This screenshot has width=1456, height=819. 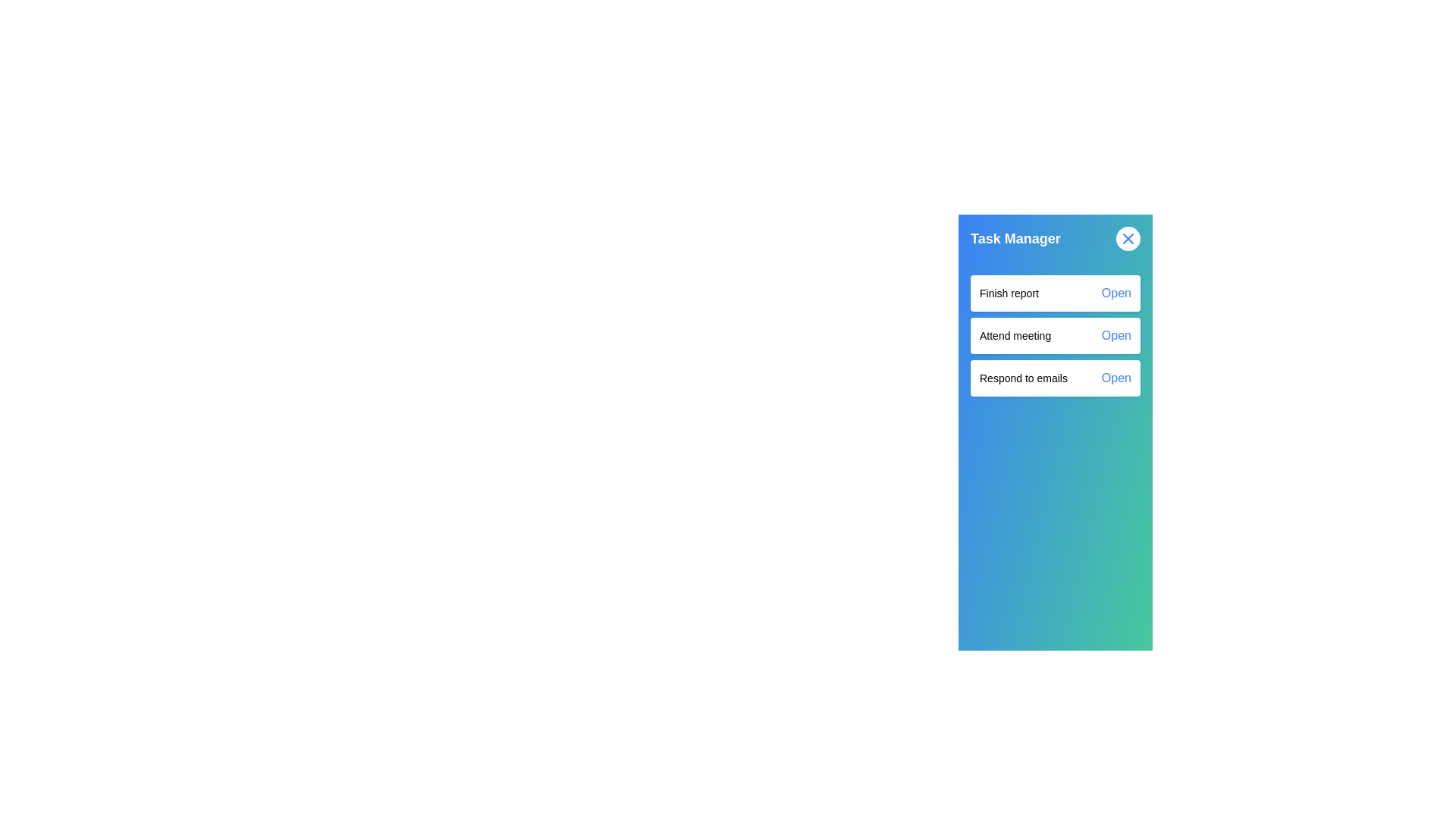 What do you see at coordinates (1015, 335) in the screenshot?
I see `the text label that describes a task item, which is the first text on the second row within a vertical stack of task items in the panel, left-aligned to the 'Open' element` at bounding box center [1015, 335].